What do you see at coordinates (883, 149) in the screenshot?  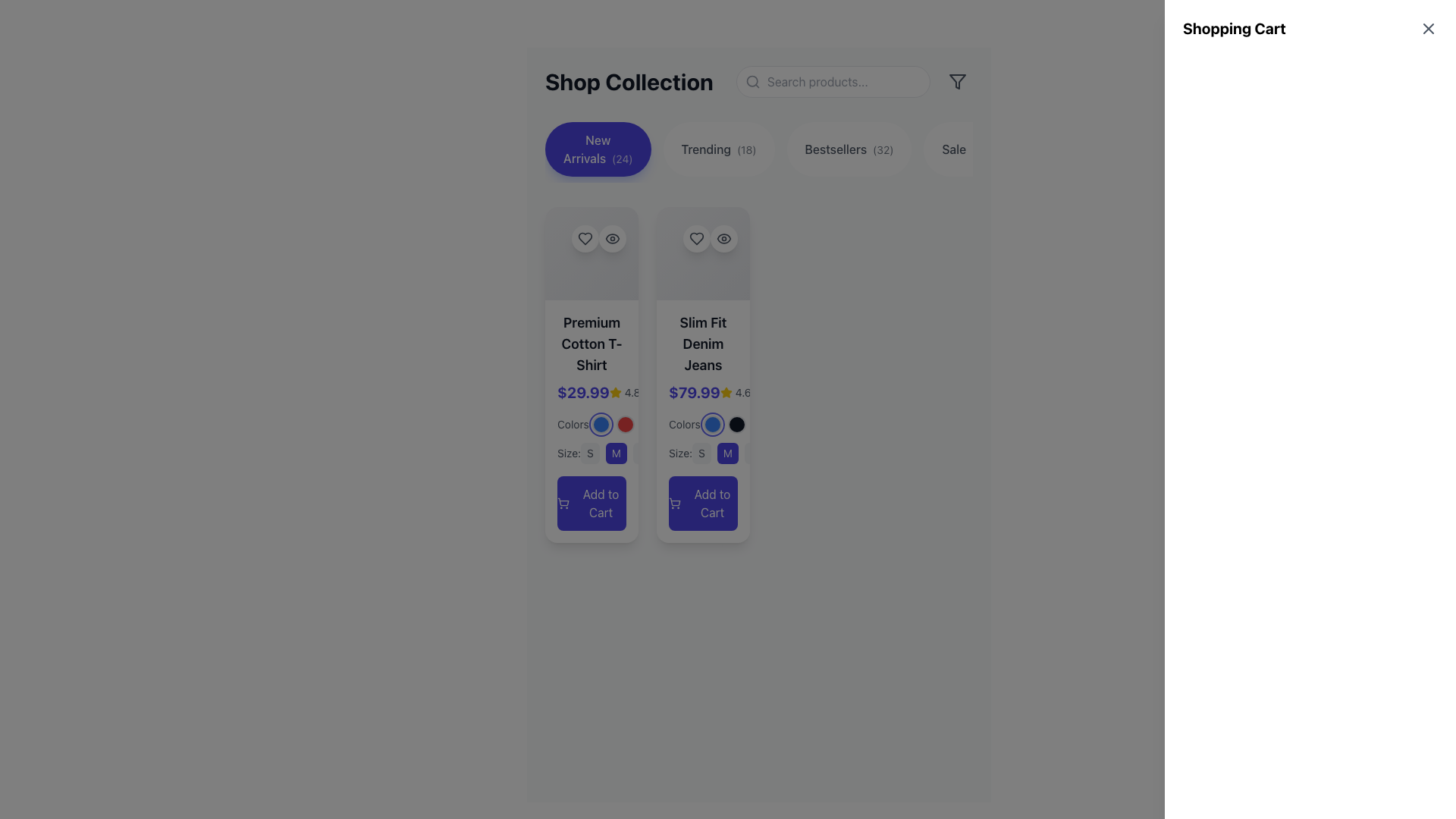 I see `the text label displaying the count of items associated with the 'Bestsellers' category, located to the right of the 'Bestsellers' button` at bounding box center [883, 149].